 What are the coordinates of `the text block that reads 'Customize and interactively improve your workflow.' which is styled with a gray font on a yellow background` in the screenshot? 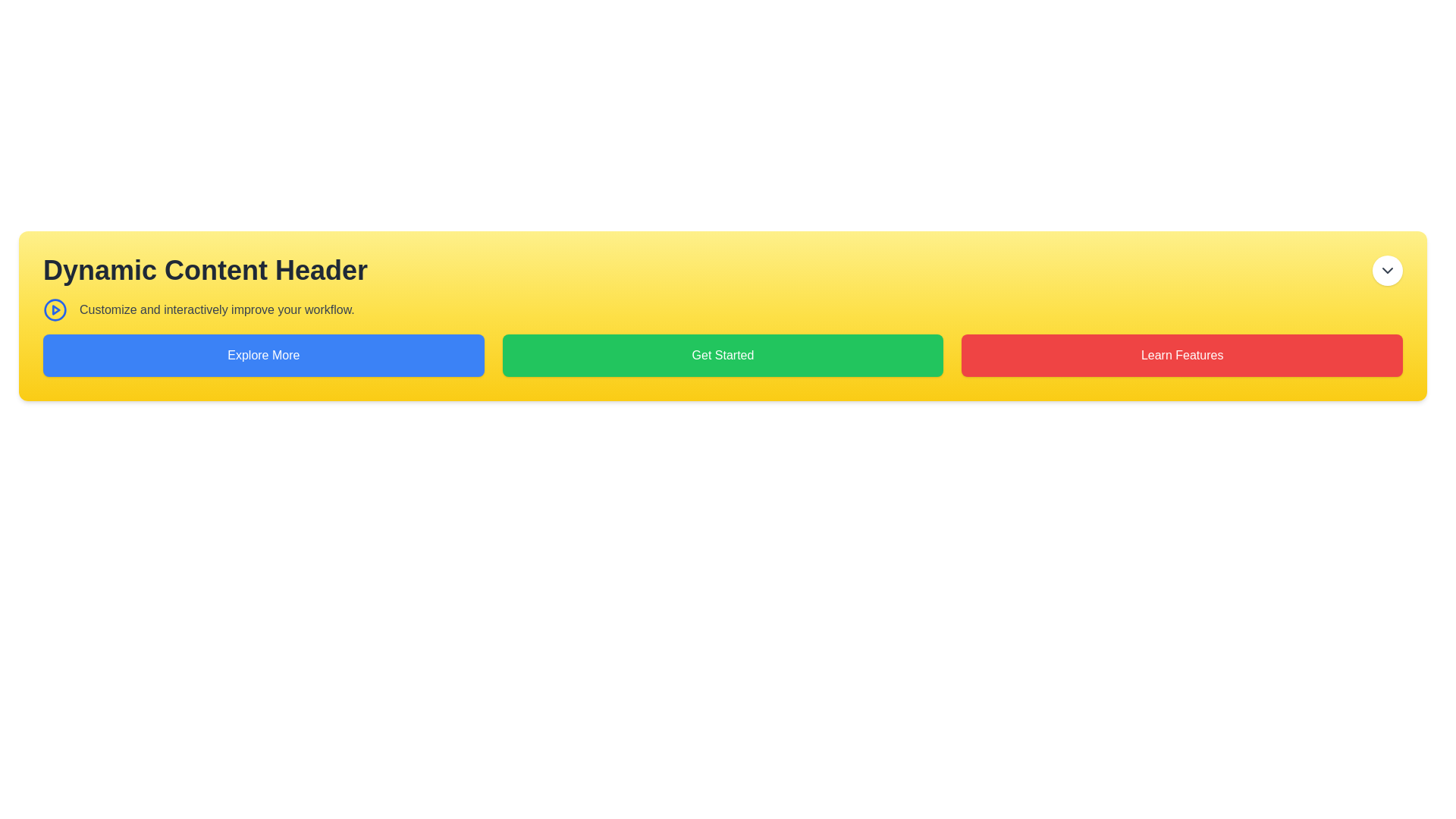 It's located at (216, 309).